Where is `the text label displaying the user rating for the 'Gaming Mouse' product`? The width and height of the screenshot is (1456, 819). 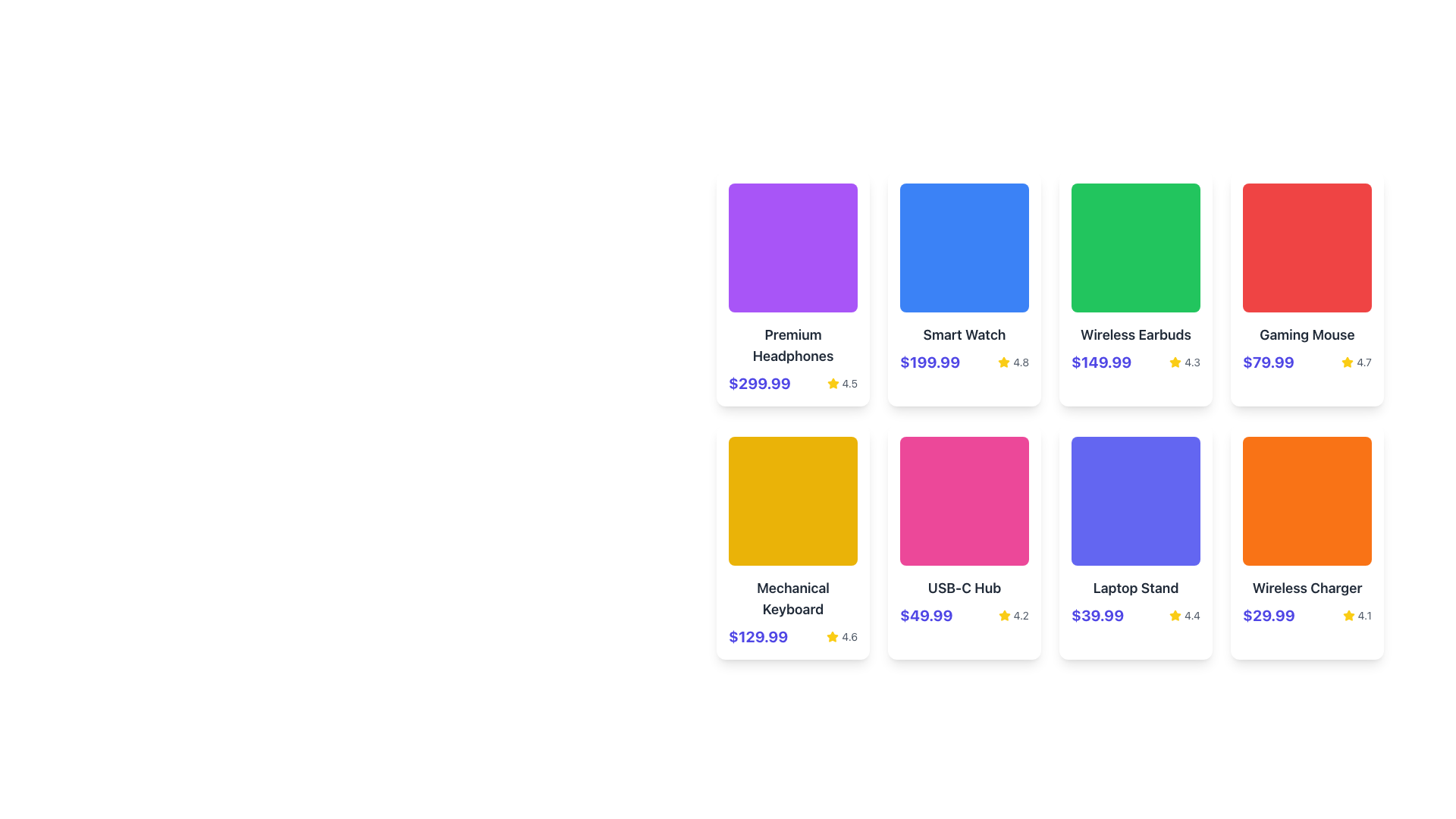
the text label displaying the user rating for the 'Gaming Mouse' product is located at coordinates (1357, 362).